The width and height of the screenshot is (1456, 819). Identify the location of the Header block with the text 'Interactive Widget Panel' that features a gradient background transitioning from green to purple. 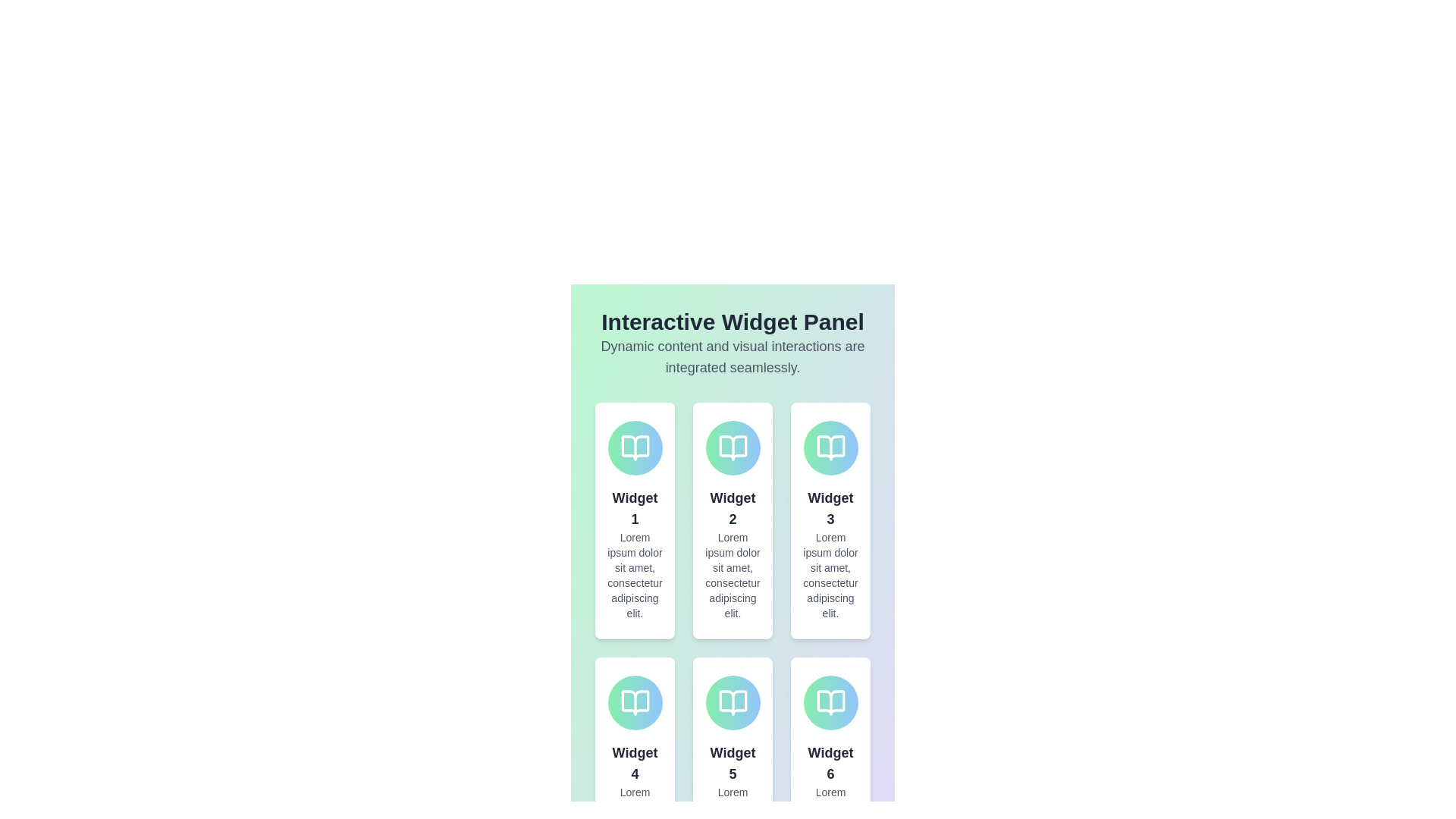
(733, 343).